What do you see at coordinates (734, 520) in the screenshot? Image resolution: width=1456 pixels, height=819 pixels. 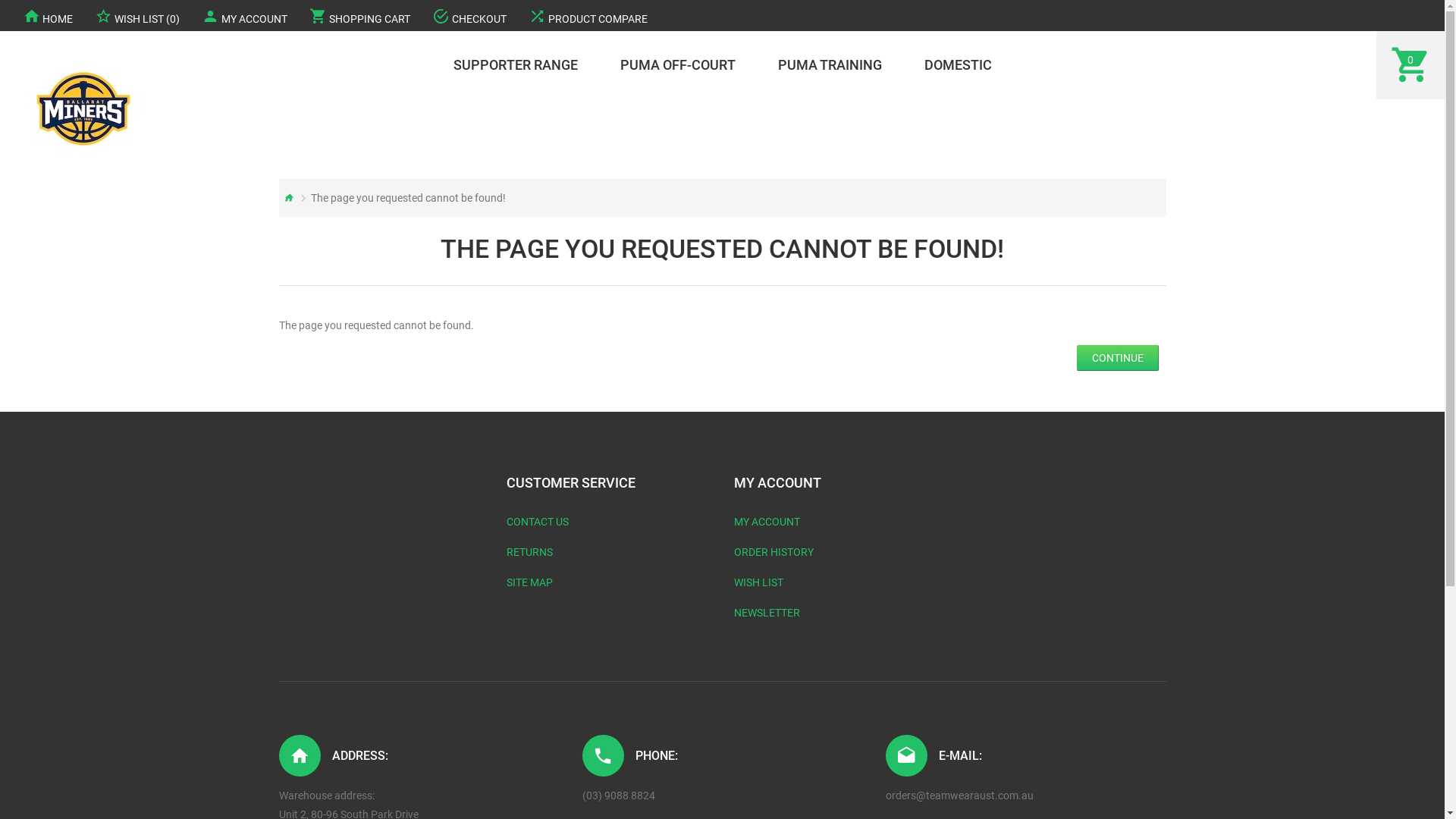 I see `'MY ACCOUNT'` at bounding box center [734, 520].